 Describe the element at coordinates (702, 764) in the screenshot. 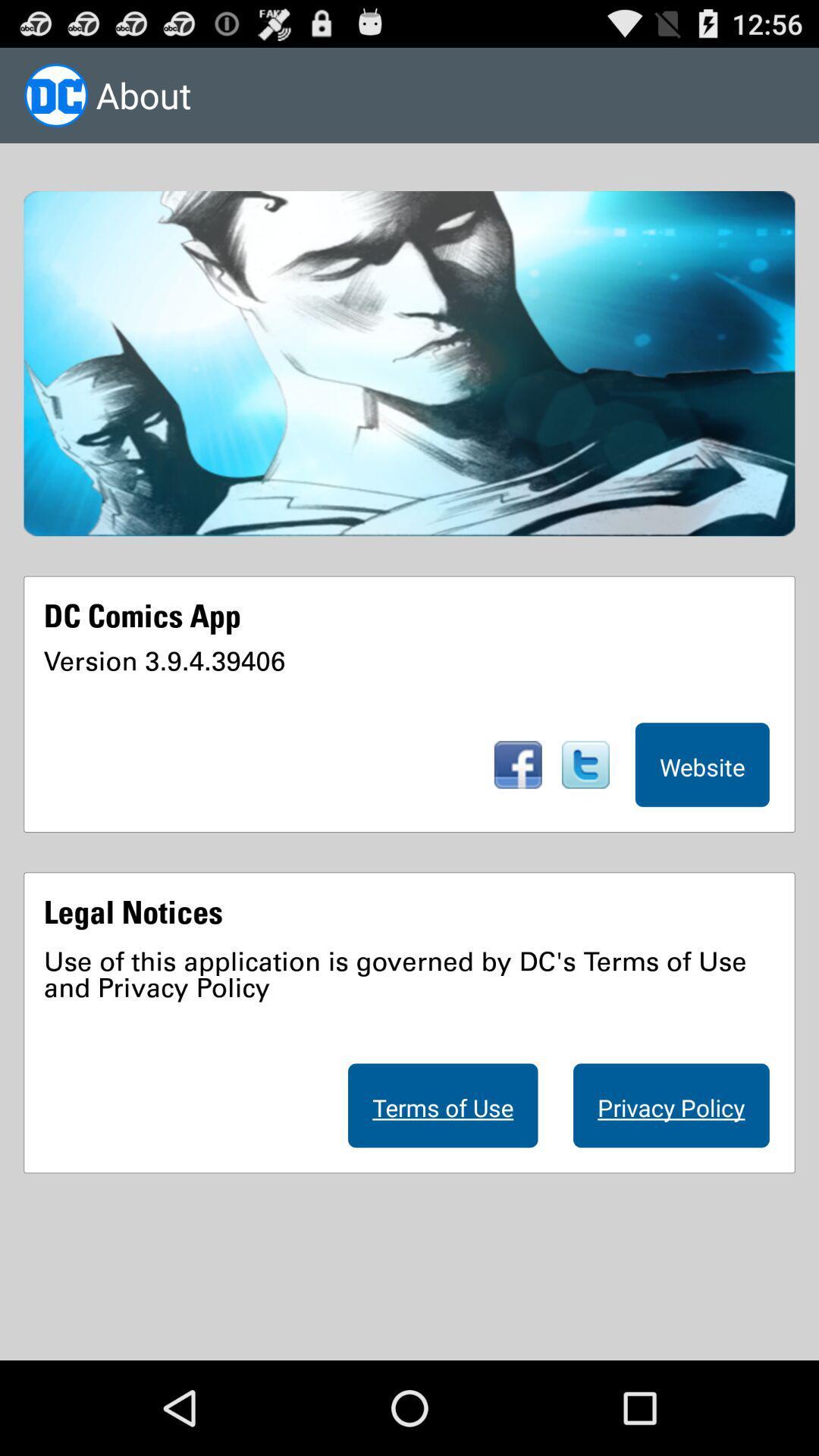

I see `the icon above the legal notices item` at that location.